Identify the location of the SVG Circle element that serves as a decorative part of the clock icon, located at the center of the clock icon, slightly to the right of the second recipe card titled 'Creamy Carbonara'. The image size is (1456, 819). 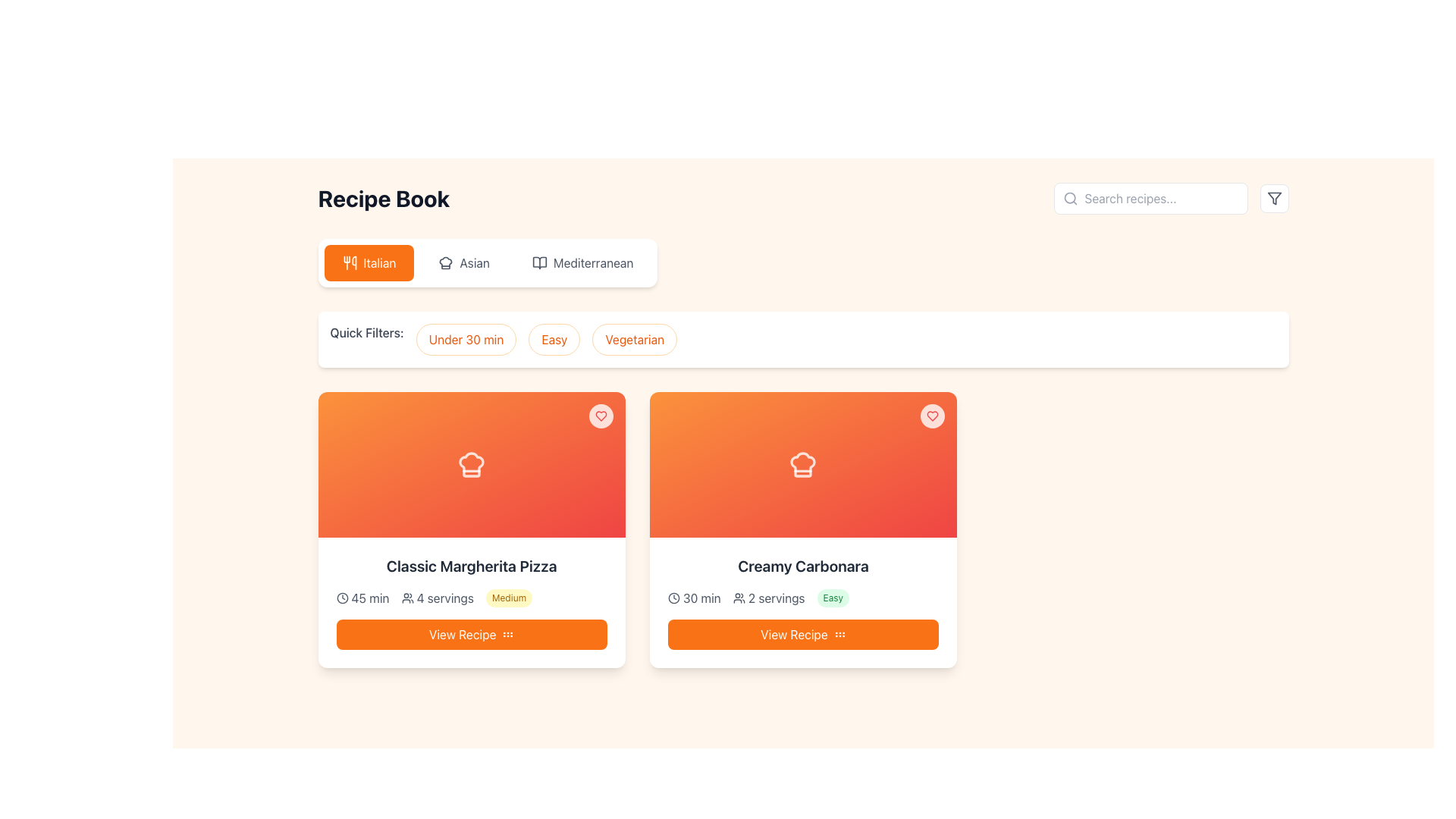
(673, 598).